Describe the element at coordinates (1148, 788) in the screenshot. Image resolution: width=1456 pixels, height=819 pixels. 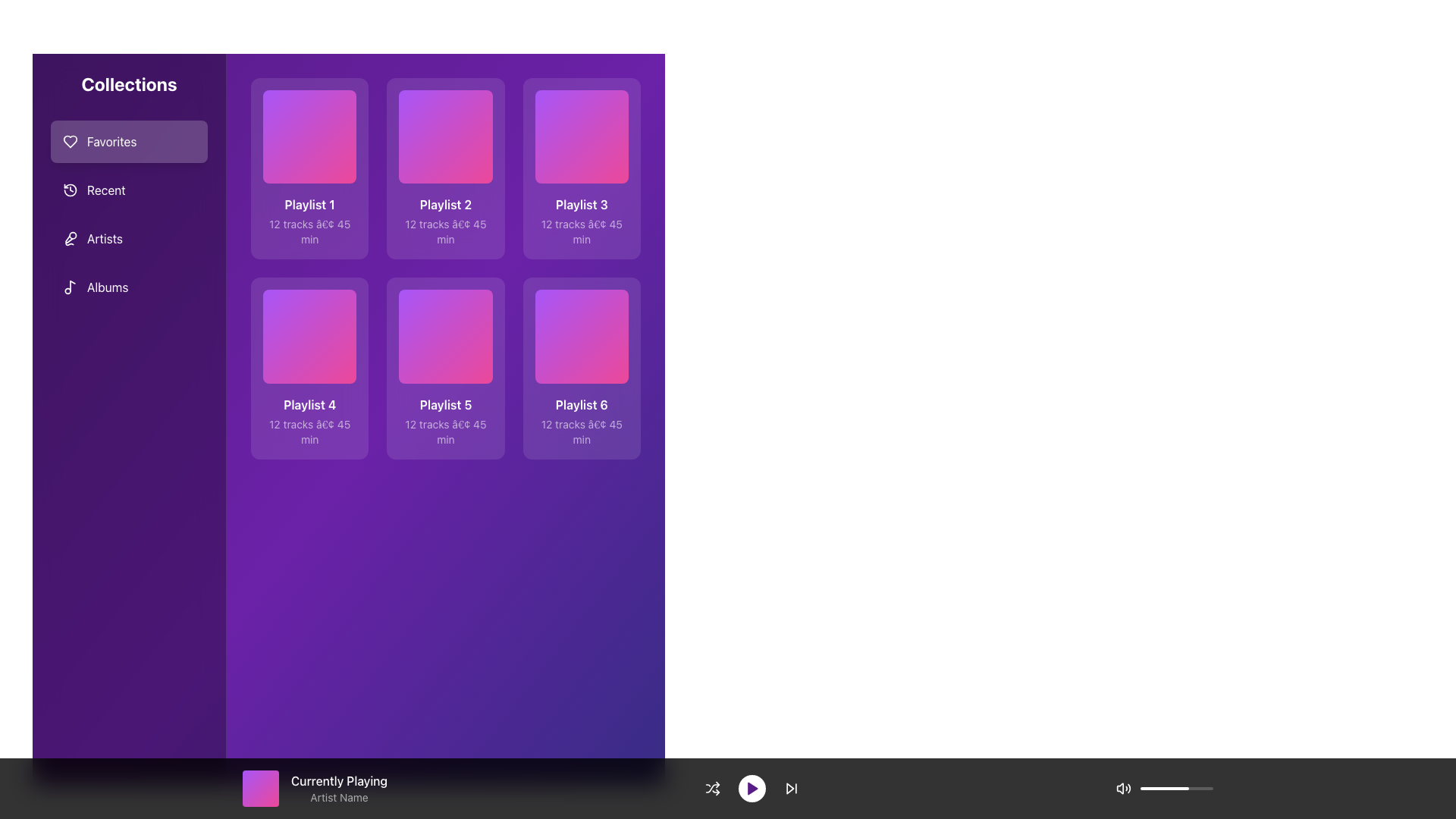
I see `the volume` at that location.